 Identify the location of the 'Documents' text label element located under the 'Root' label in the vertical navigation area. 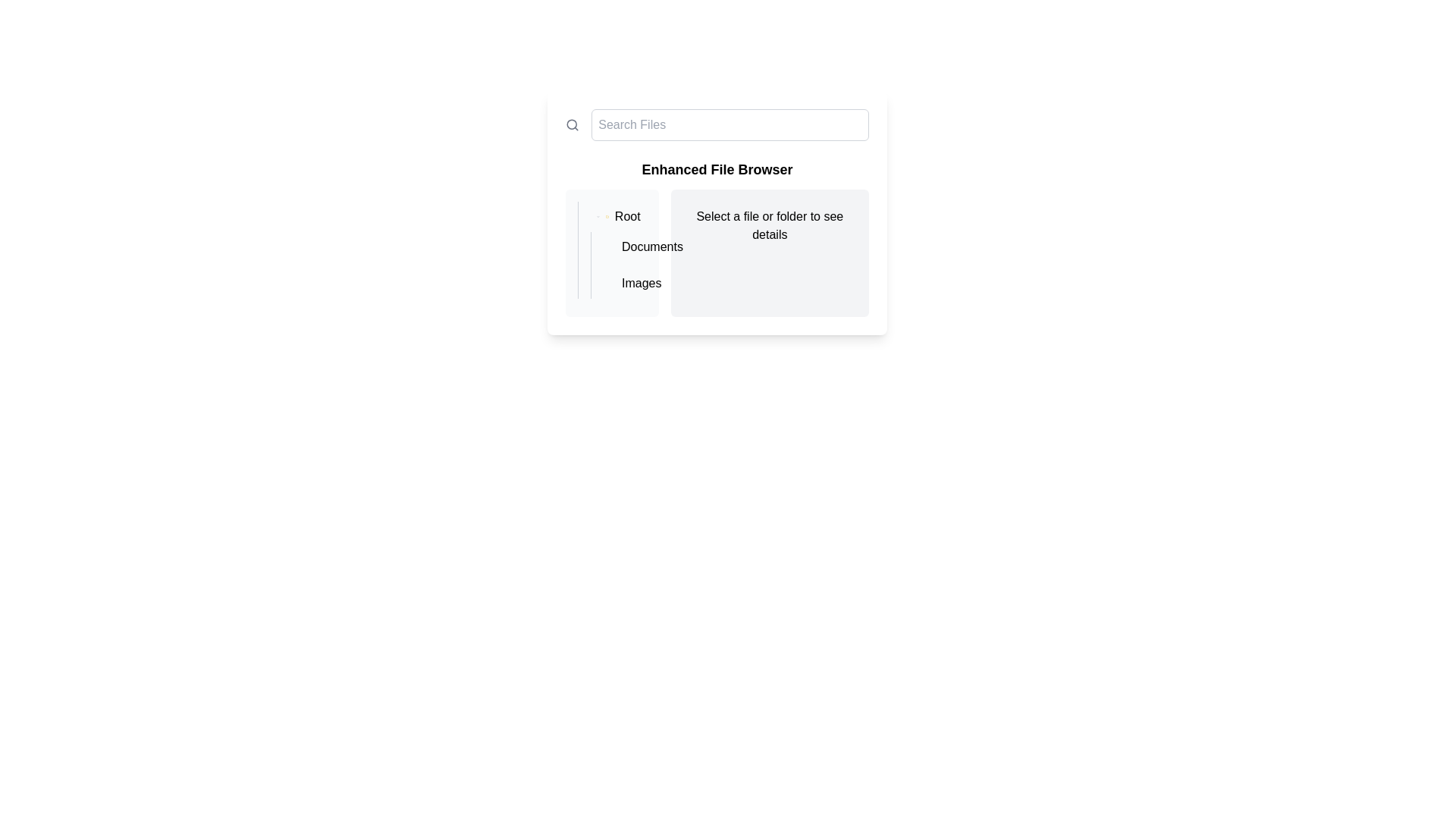
(652, 246).